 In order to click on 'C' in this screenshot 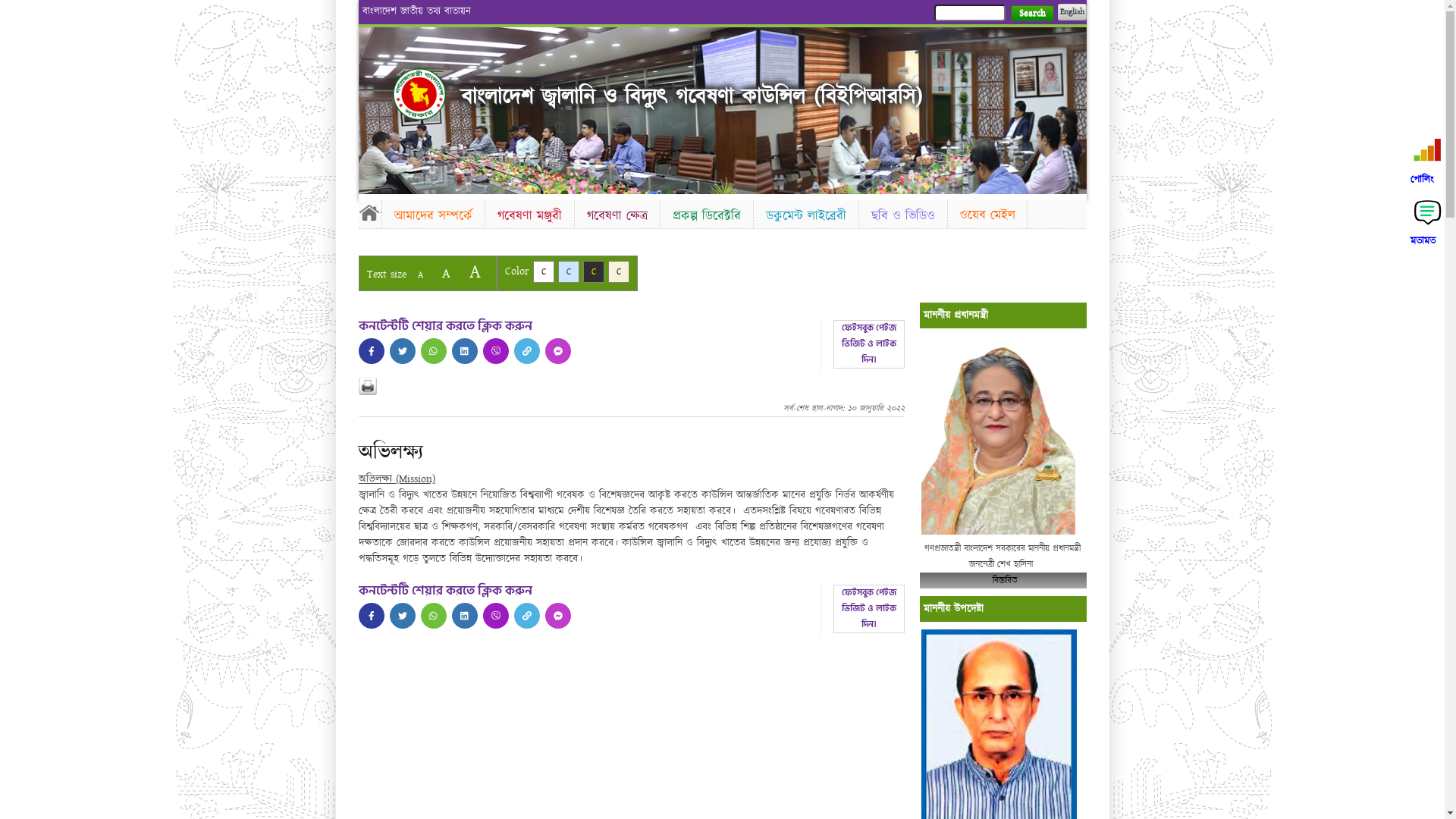, I will do `click(542, 271)`.